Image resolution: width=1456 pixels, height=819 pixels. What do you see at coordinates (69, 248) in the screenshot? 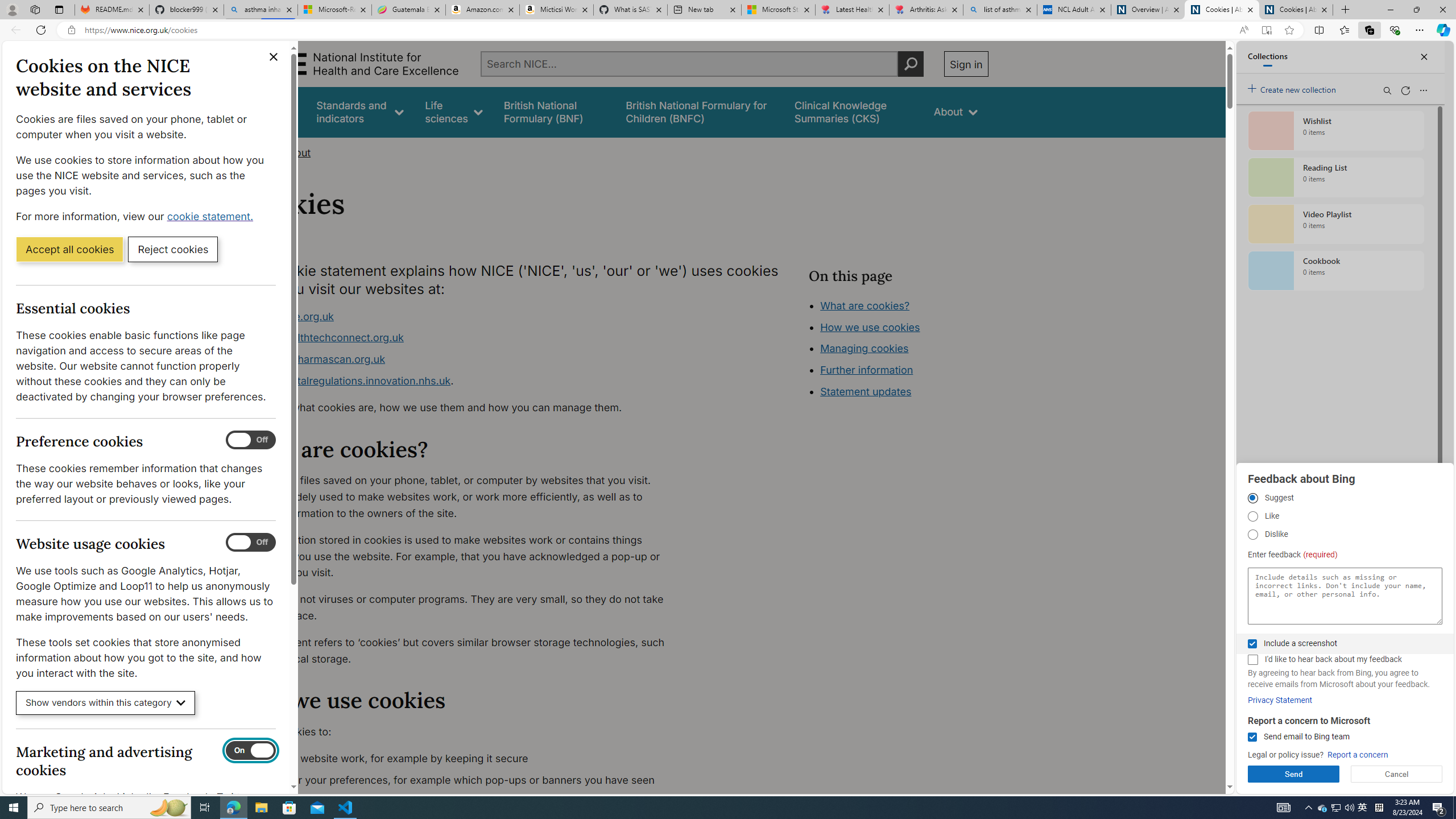
I see `'Accept all cookies'` at bounding box center [69, 248].